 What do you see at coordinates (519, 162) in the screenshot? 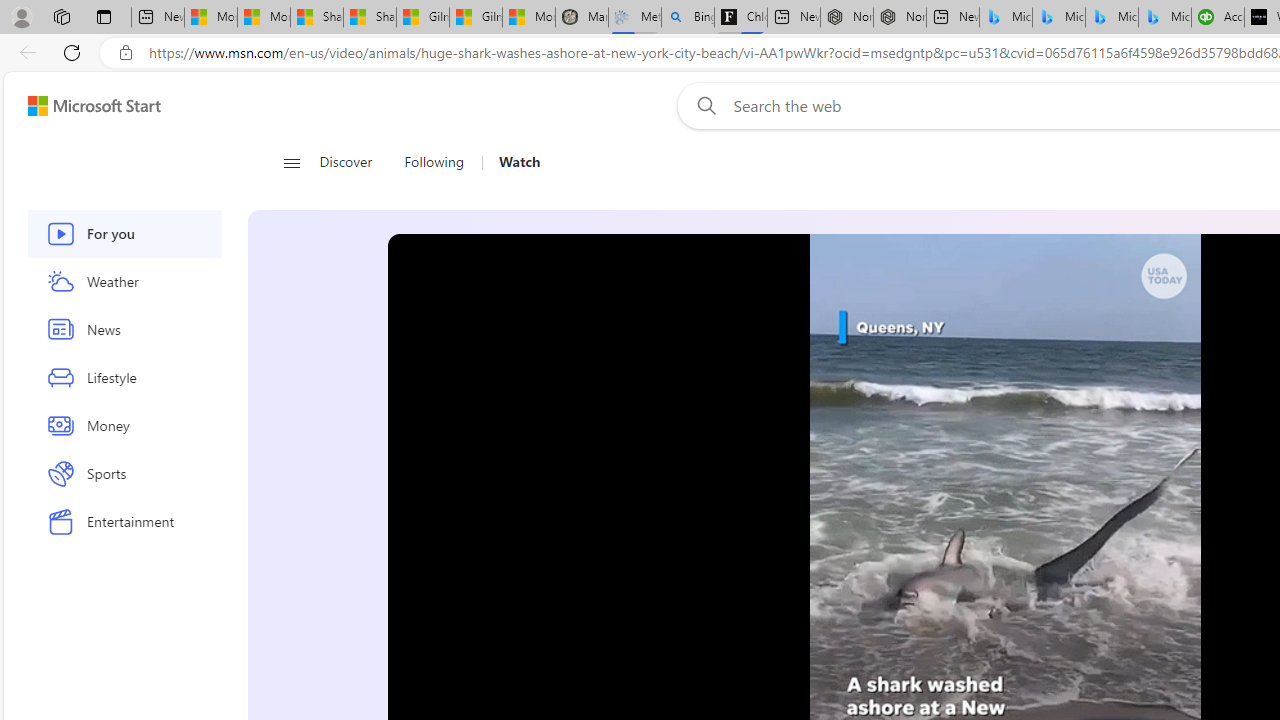
I see `'Watch'` at bounding box center [519, 162].